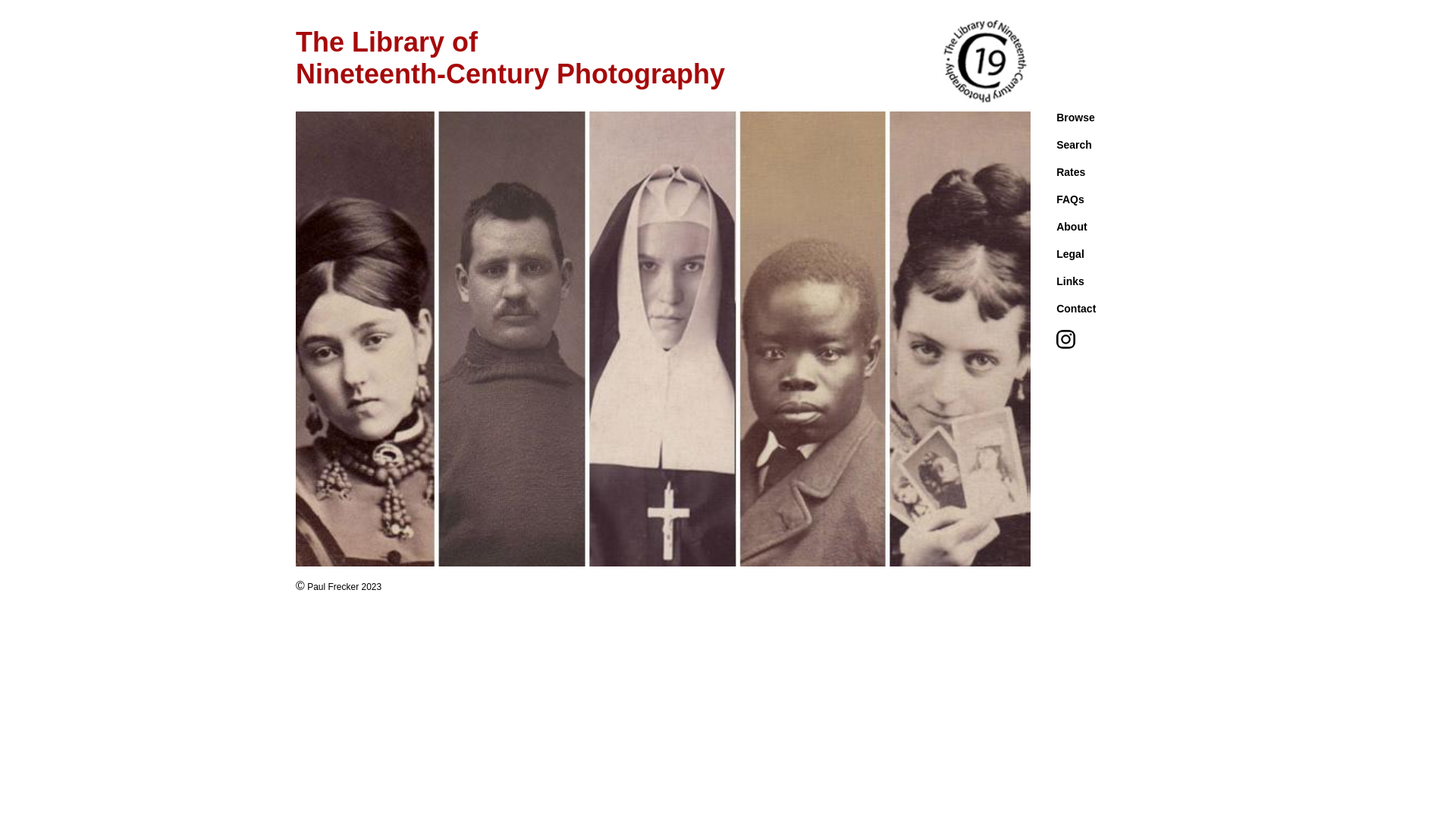  Describe the element at coordinates (1073, 145) in the screenshot. I see `'Search'` at that location.